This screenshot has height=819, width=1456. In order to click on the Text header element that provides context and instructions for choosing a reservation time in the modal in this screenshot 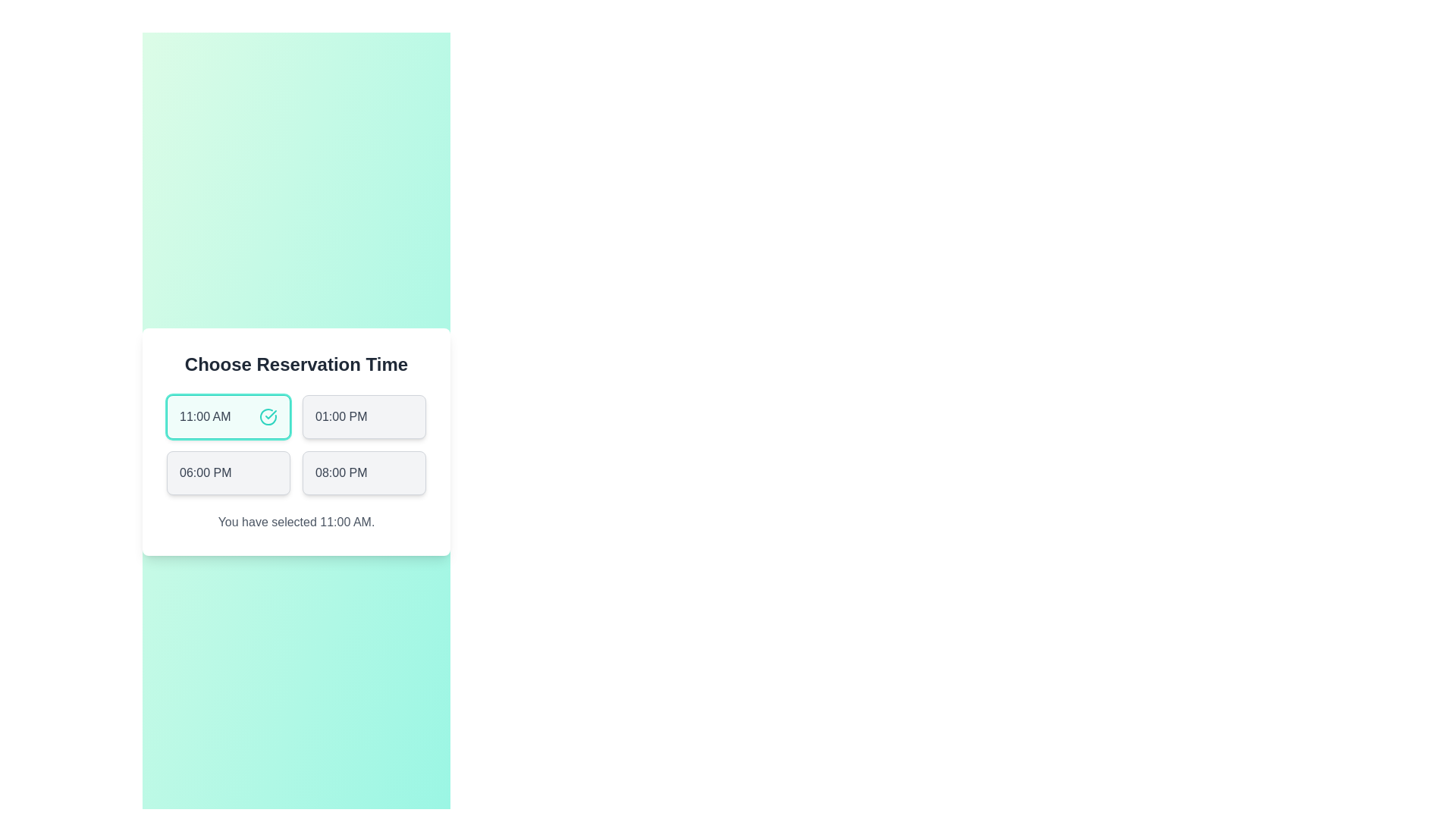, I will do `click(296, 365)`.